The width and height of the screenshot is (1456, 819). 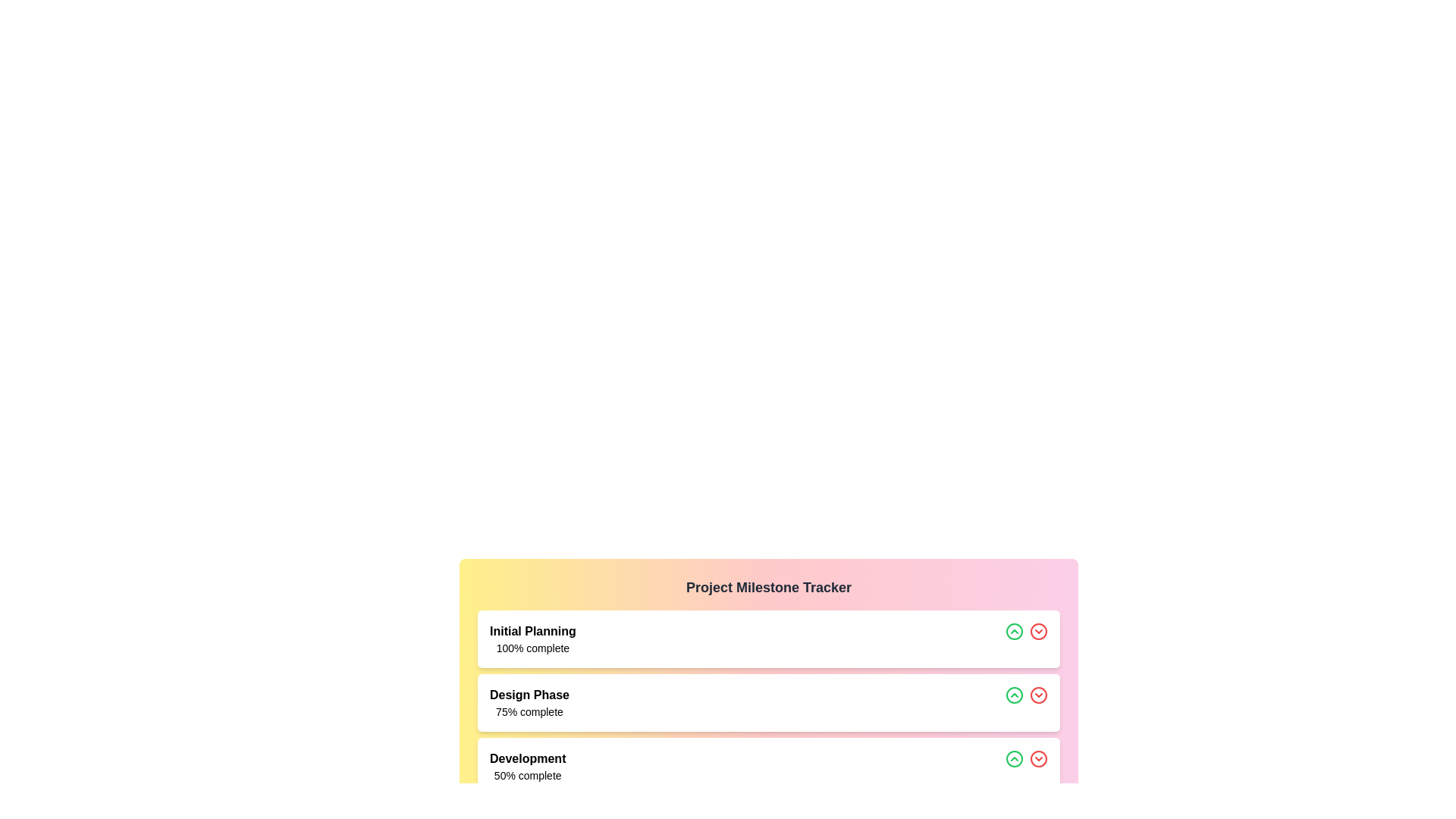 I want to click on the circular SVG graphic with a red border that forms part of the dropdown toggle button in the top right corner of the 'Project Milestone Tracker', so click(x=1037, y=632).